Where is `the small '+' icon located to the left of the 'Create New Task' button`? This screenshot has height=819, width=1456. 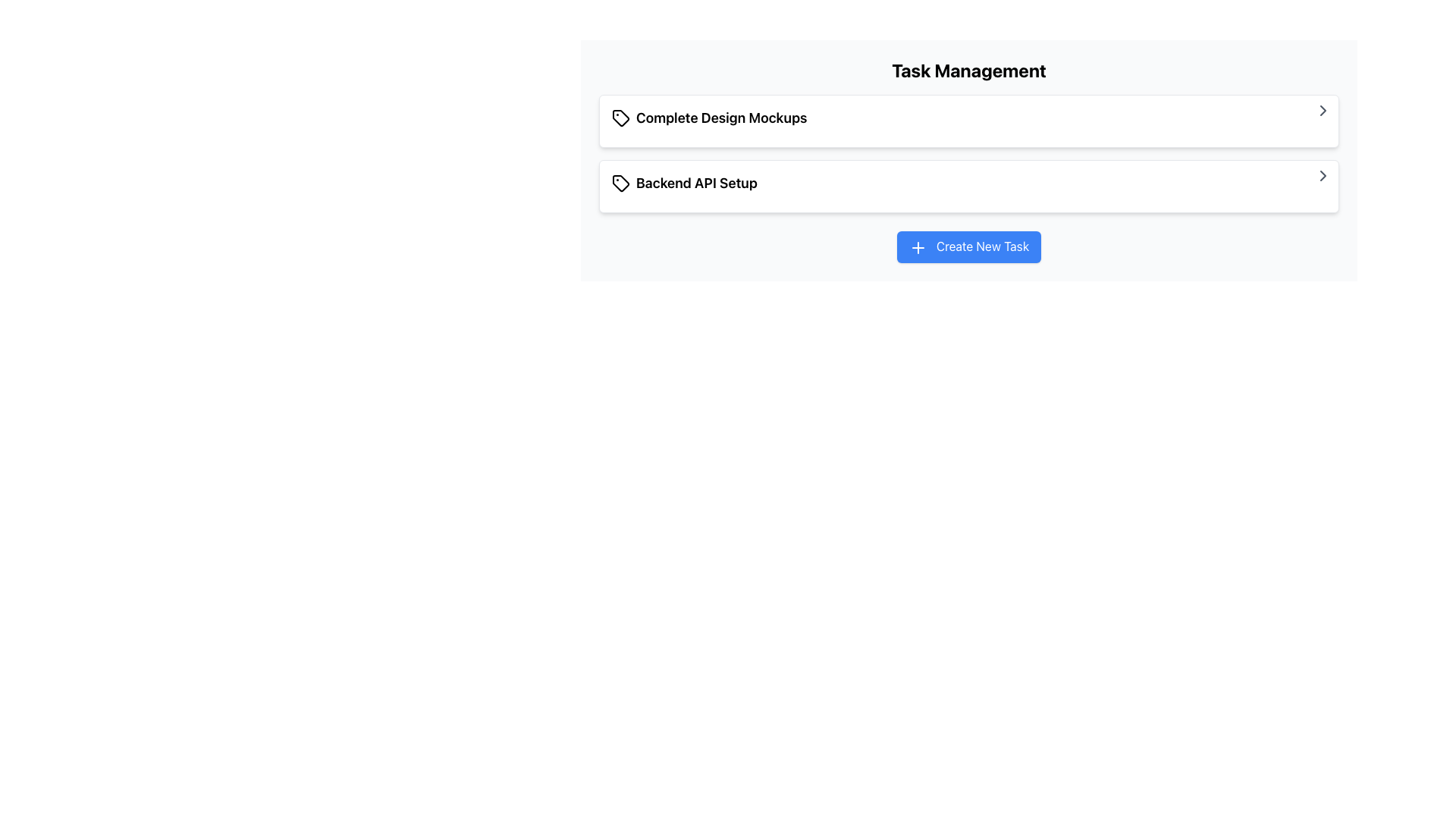
the small '+' icon located to the left of the 'Create New Task' button is located at coordinates (917, 246).